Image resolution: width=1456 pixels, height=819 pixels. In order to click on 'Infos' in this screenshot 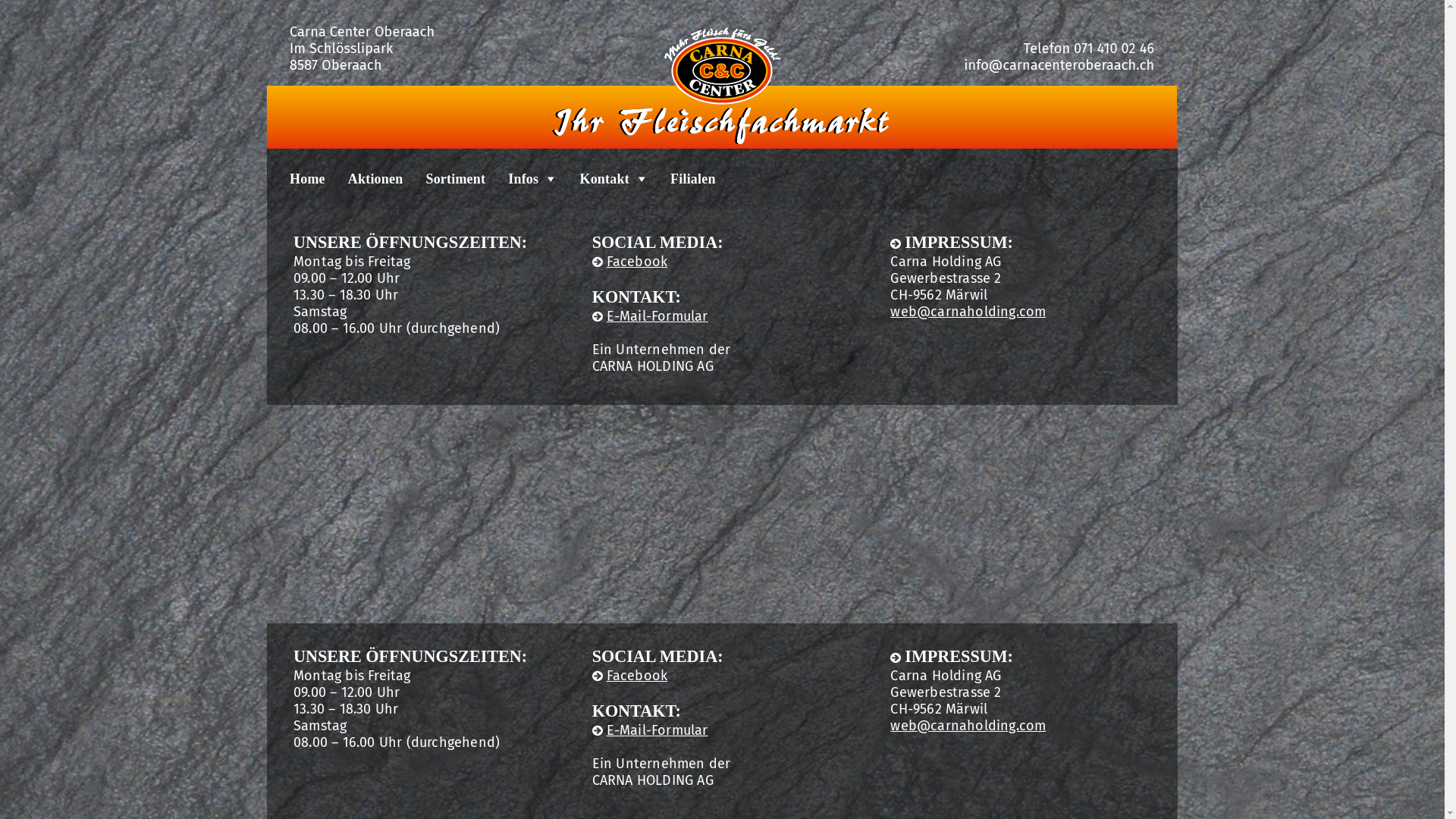, I will do `click(520, 177)`.